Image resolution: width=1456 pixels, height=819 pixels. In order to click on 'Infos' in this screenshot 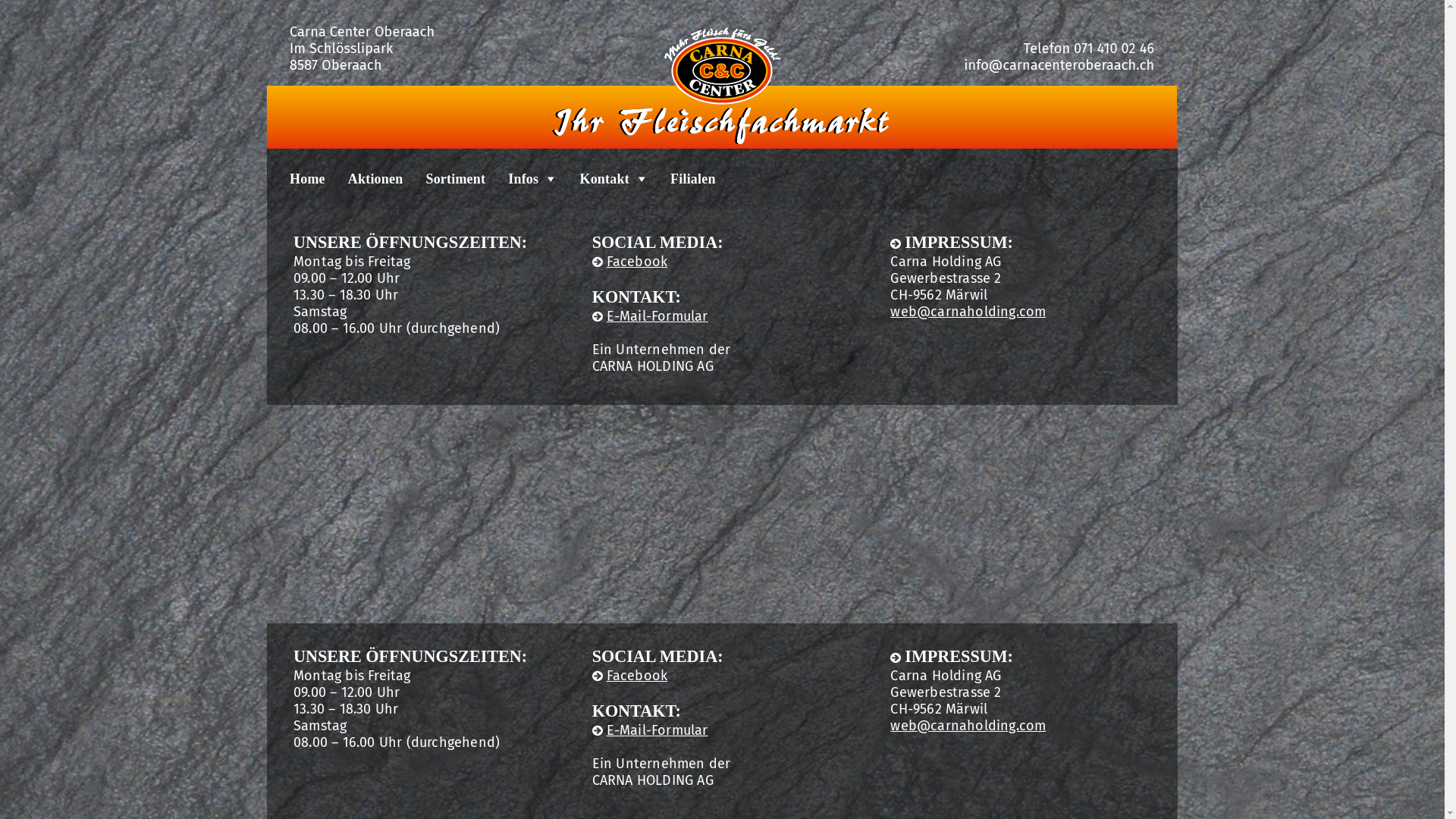, I will do `click(520, 177)`.